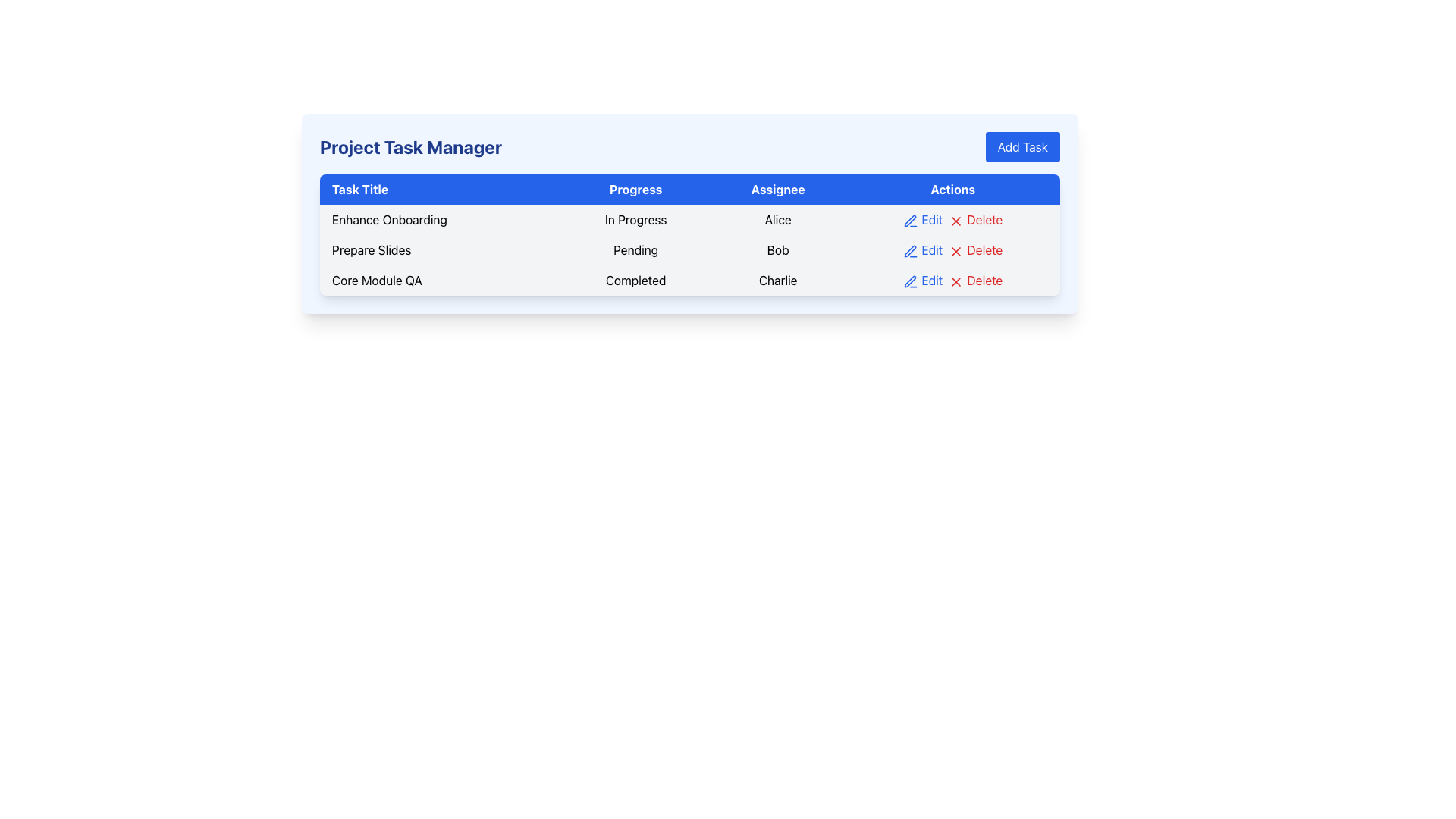  What do you see at coordinates (635, 219) in the screenshot?
I see `the 'In Progress' label in the 'Progress' column of the table, which is styled with a light background and dark text, located to the left of 'Alice'` at bounding box center [635, 219].